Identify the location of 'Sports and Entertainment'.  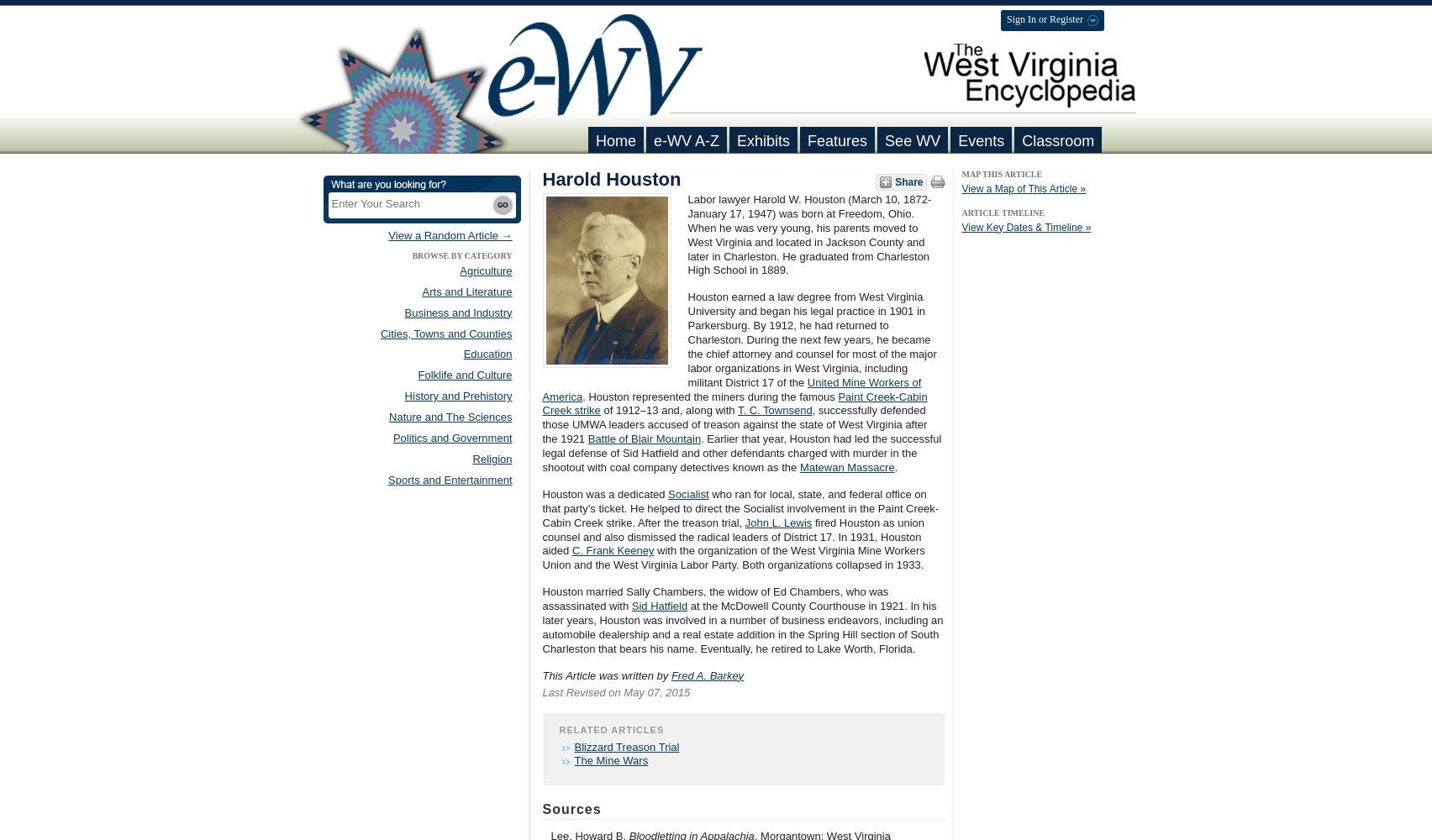
(450, 478).